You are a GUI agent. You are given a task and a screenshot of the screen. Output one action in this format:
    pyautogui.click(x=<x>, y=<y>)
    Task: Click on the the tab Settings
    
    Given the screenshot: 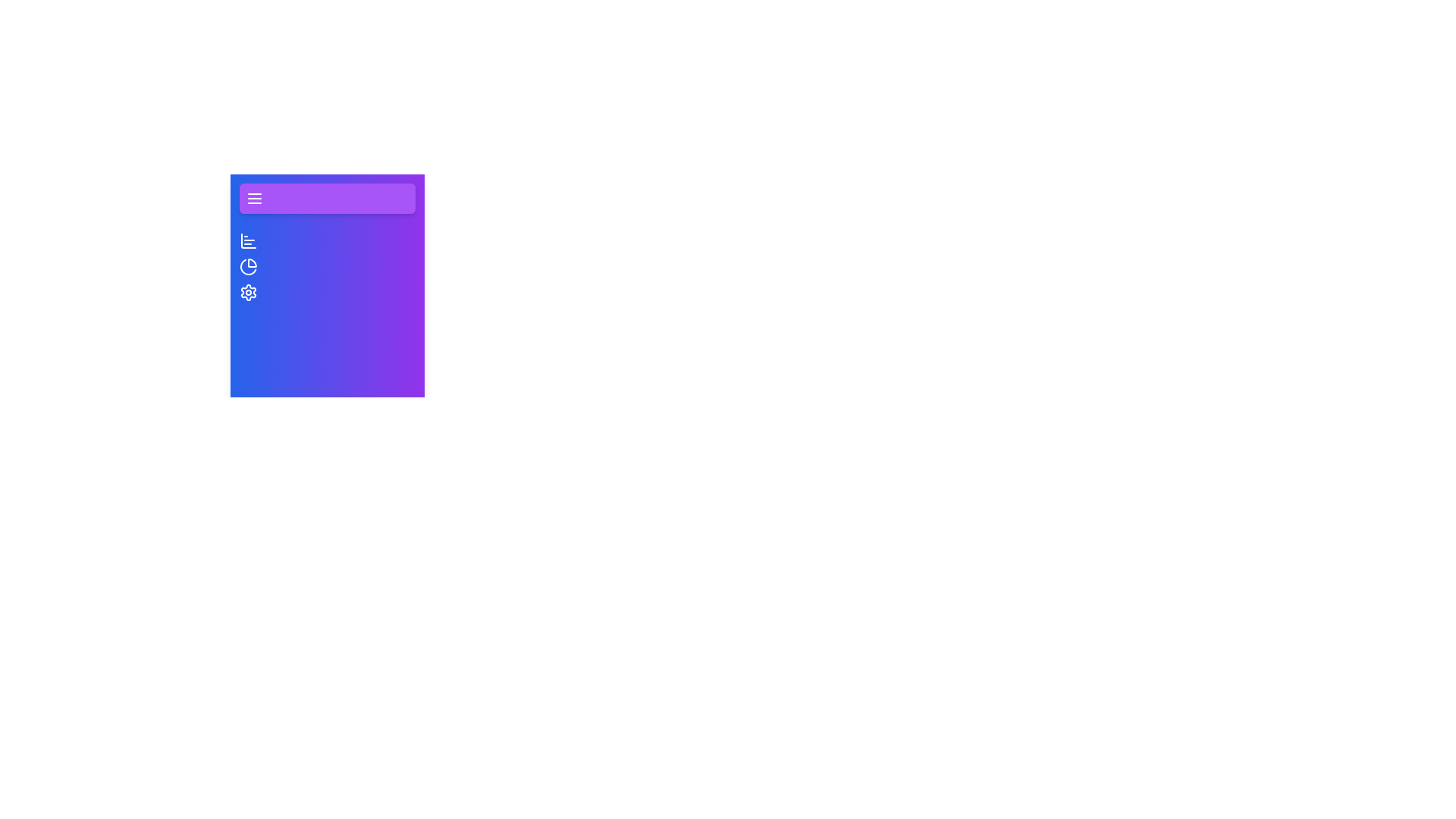 What is the action you would take?
    pyautogui.click(x=248, y=292)
    